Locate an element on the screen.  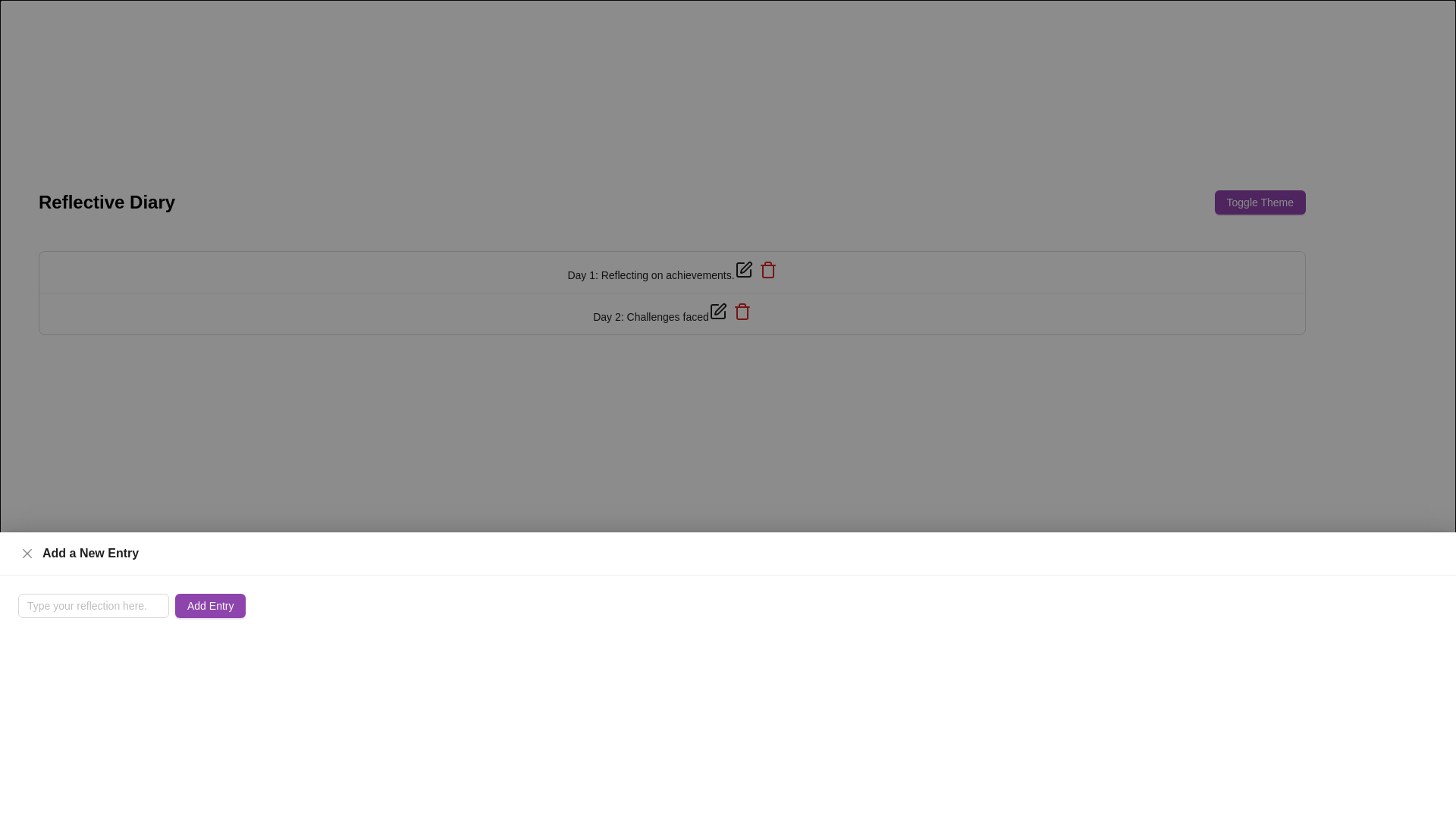
the Icon button with a pen icon, located to the left of the trash bin icon in the 'Day 1: Reflecting on achievements' list item is located at coordinates (743, 268).